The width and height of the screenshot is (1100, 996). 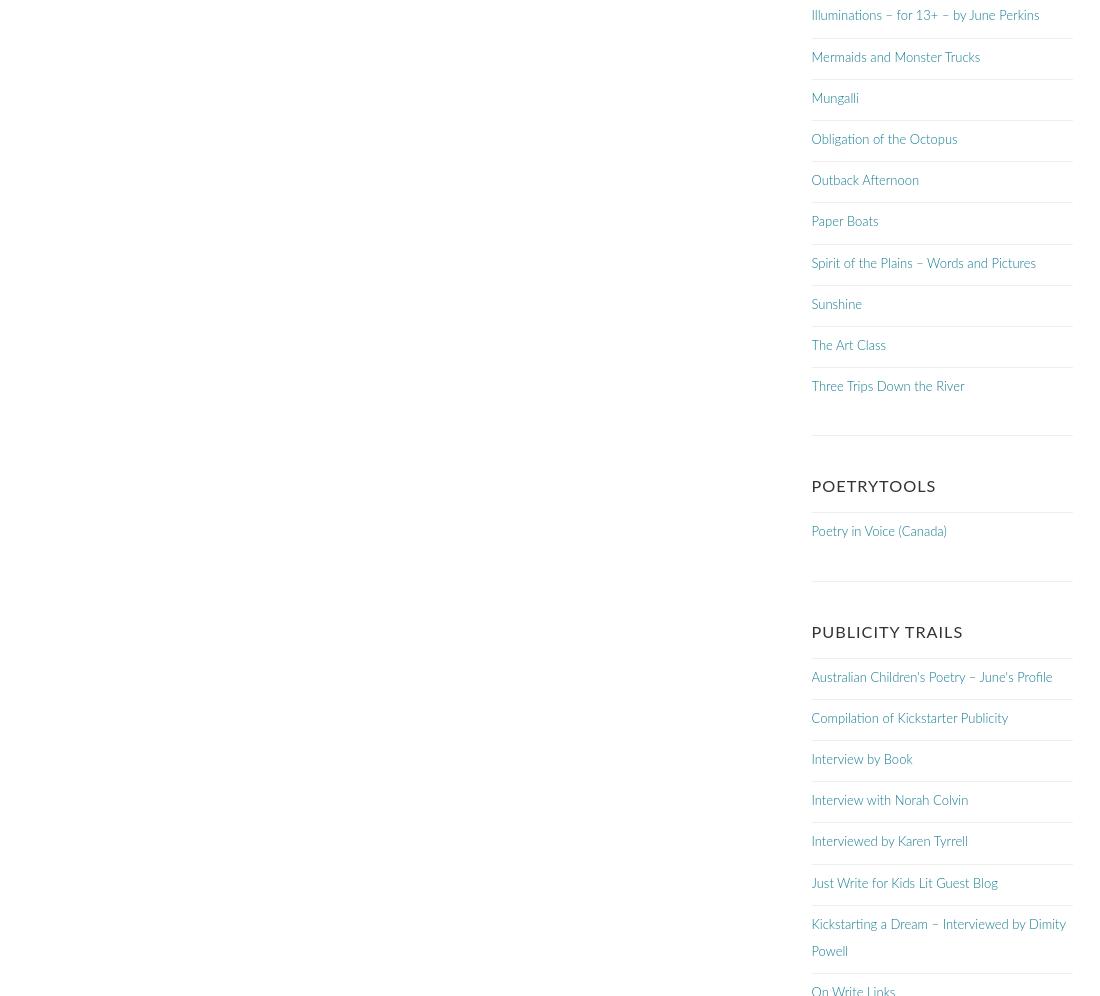 What do you see at coordinates (835, 303) in the screenshot?
I see `'Sunshine'` at bounding box center [835, 303].